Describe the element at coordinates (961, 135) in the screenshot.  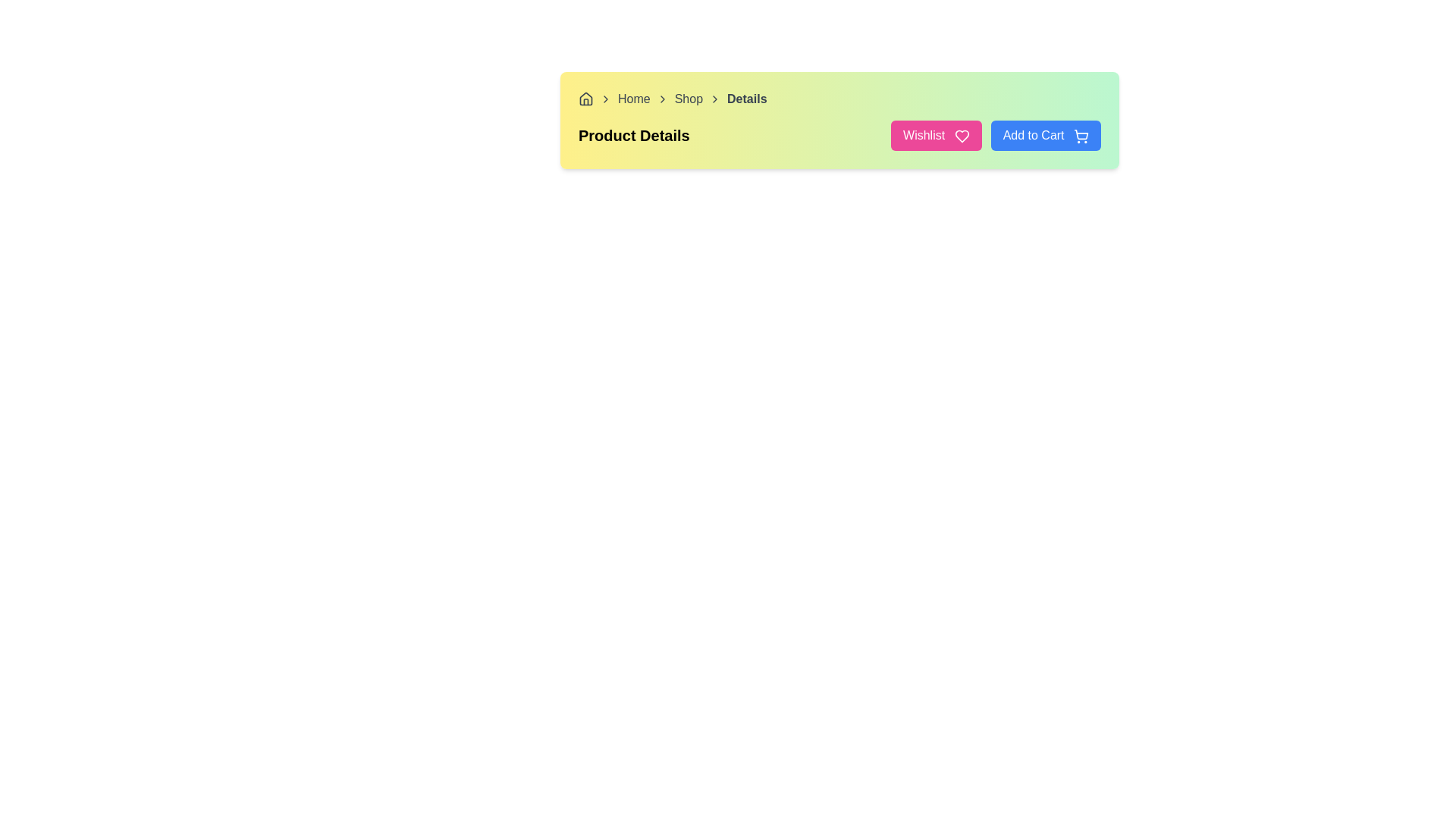
I see `the visual representation of the pink heart-shaped icon located within the 'Wishlist' button, which is situated to the left of the 'Add to Cart' button on the right side of the toolbar near the top of the interface` at that location.